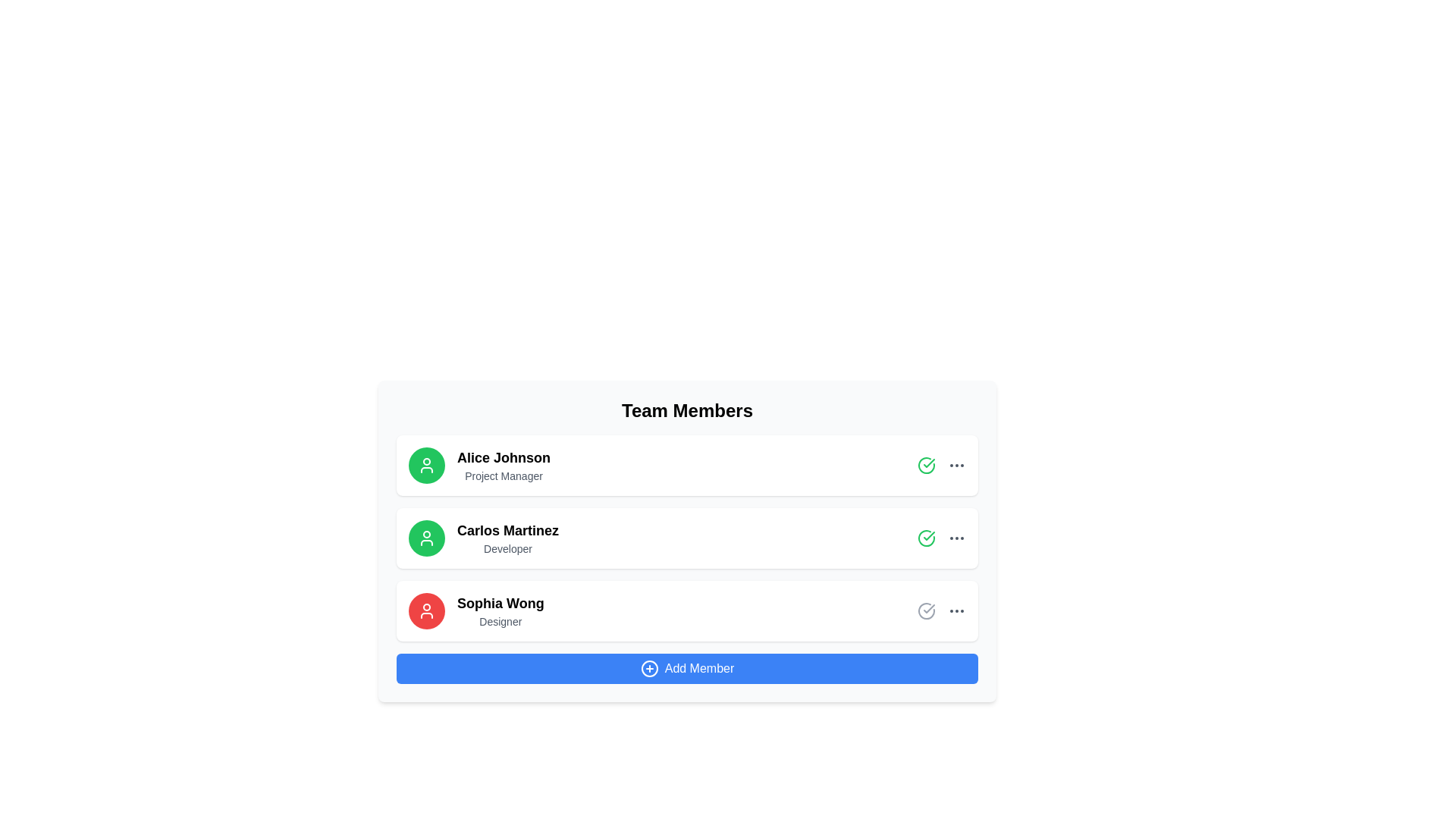 Image resolution: width=1456 pixels, height=819 pixels. I want to click on the circular green icon with a user silhouette representing 'Alice Johnson, Project Manager' located at the top-left corner of her card, so click(425, 464).